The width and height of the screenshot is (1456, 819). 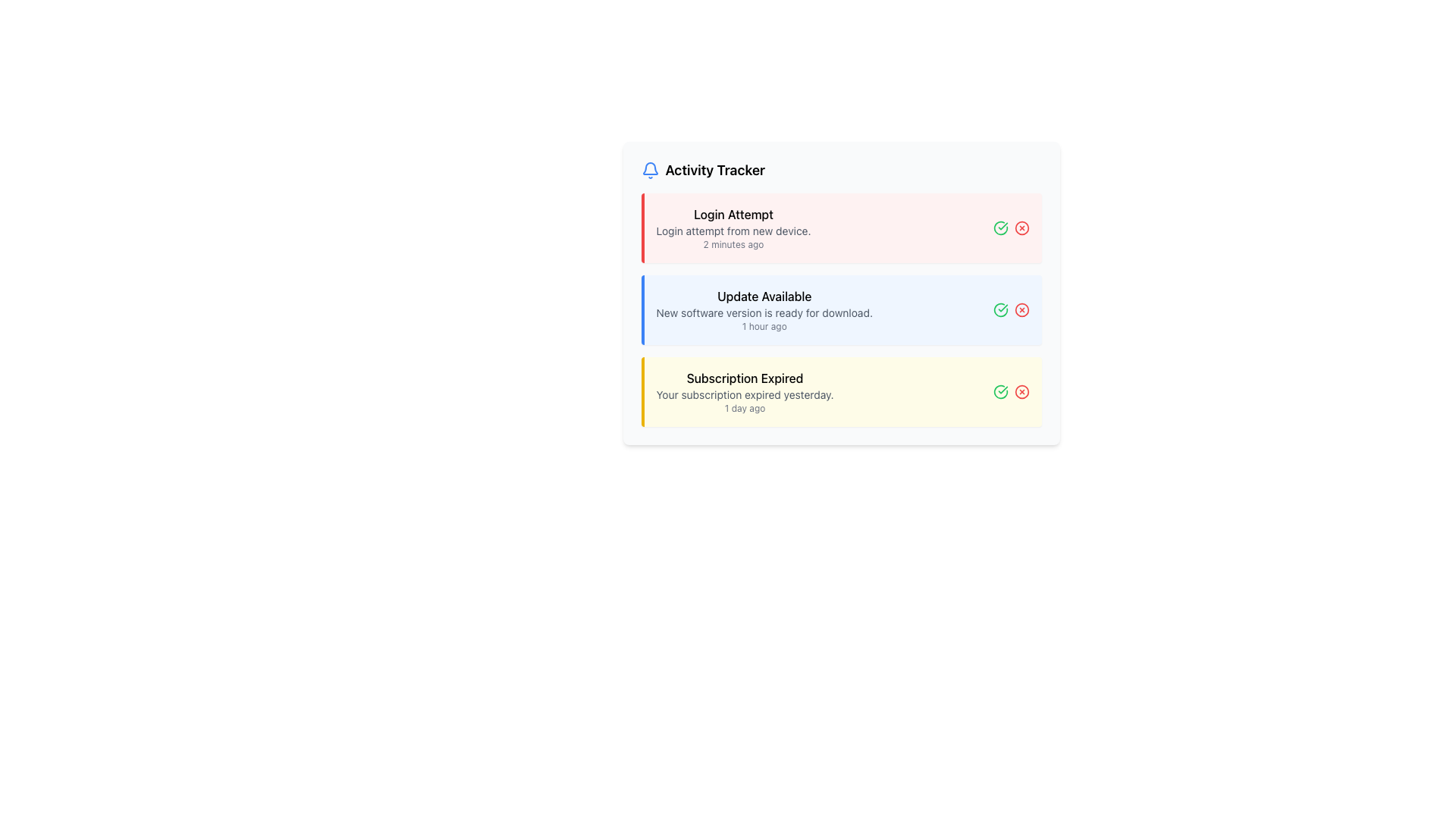 I want to click on text label displaying '1 day ago' located at the bottom of the 'Subscription Expired' section within the activity tracker card, so click(x=745, y=408).